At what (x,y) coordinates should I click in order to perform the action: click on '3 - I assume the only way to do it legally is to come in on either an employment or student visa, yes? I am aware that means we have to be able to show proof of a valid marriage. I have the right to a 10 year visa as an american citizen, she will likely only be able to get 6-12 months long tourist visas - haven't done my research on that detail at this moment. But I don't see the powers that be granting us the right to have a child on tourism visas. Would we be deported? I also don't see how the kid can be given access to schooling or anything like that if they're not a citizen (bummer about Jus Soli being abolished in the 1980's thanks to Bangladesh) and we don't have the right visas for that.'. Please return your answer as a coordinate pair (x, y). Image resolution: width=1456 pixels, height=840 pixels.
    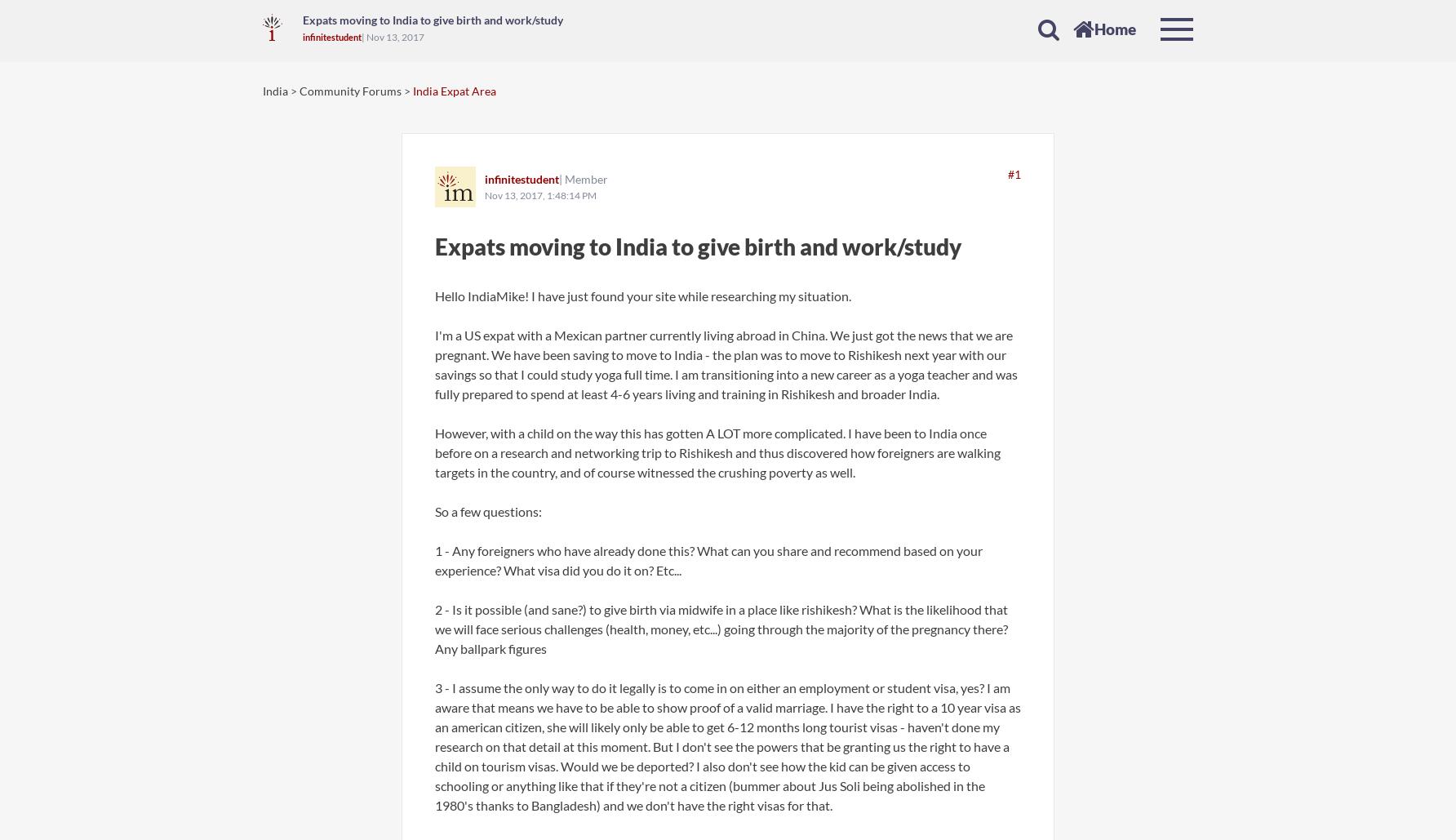
    Looking at the image, I should click on (728, 745).